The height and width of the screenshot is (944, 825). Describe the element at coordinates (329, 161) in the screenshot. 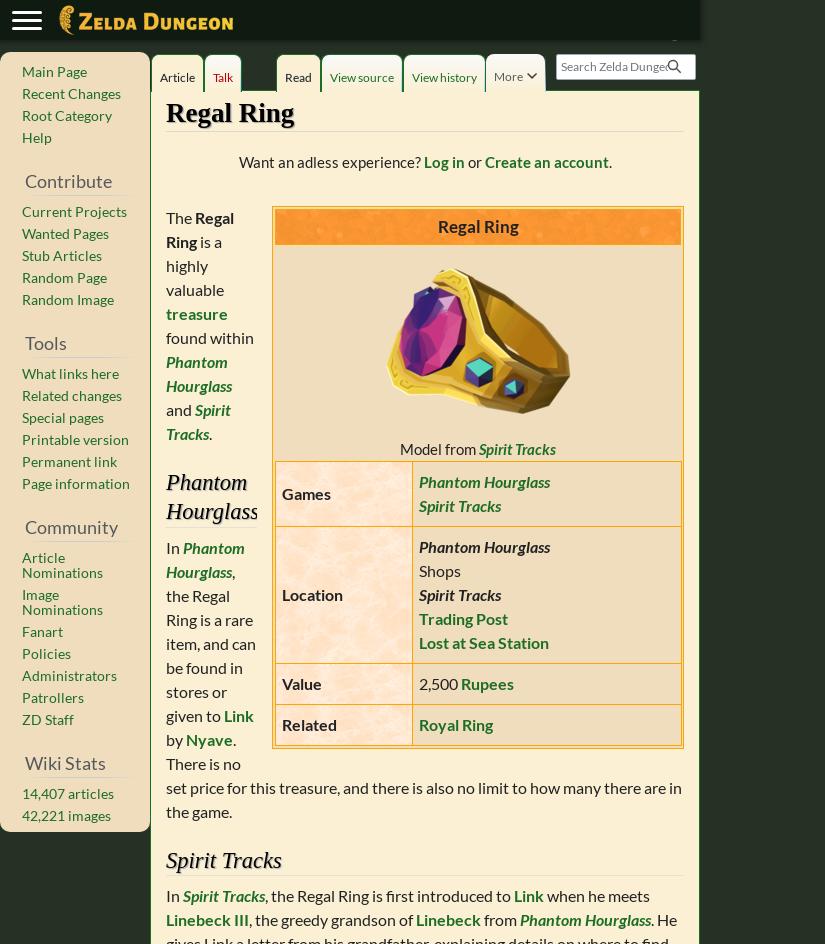

I see `'Want an adless experience?'` at that location.